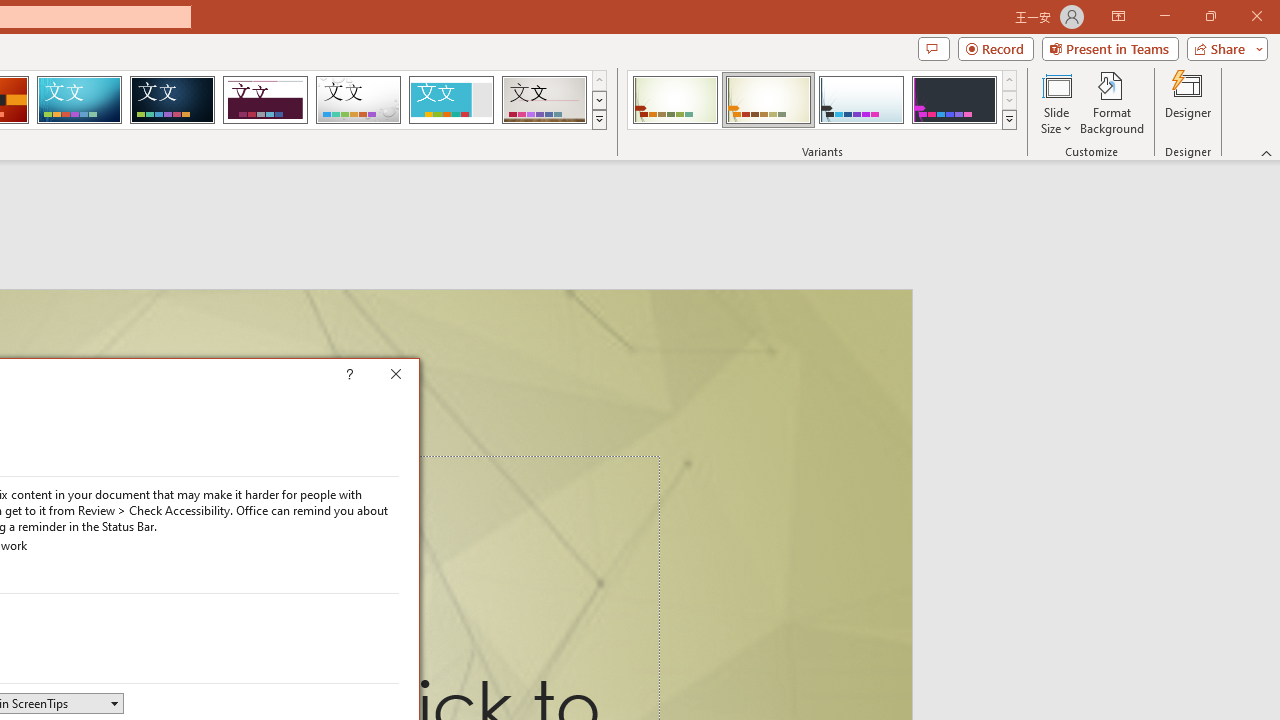 This screenshot has width=1280, height=720. I want to click on 'Dividend Loading Preview...', so click(264, 100).